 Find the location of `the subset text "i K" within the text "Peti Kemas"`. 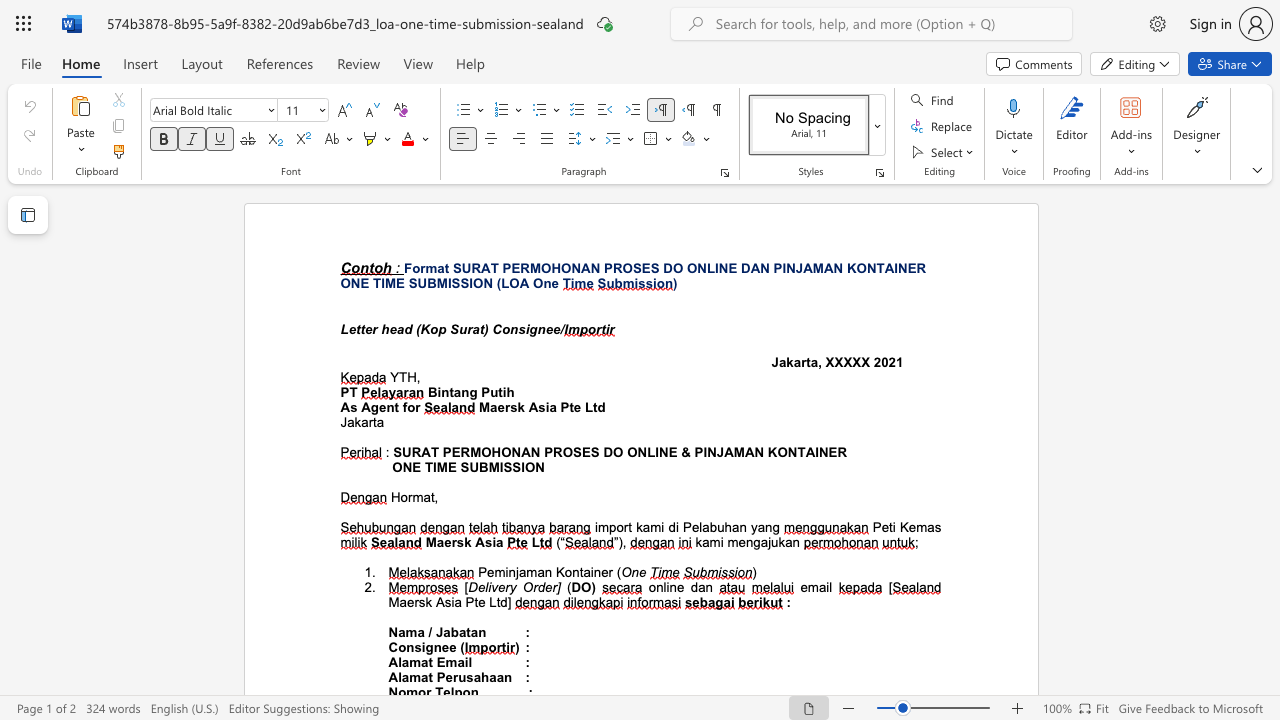

the subset text "i K" within the text "Peti Kemas" is located at coordinates (891, 526).